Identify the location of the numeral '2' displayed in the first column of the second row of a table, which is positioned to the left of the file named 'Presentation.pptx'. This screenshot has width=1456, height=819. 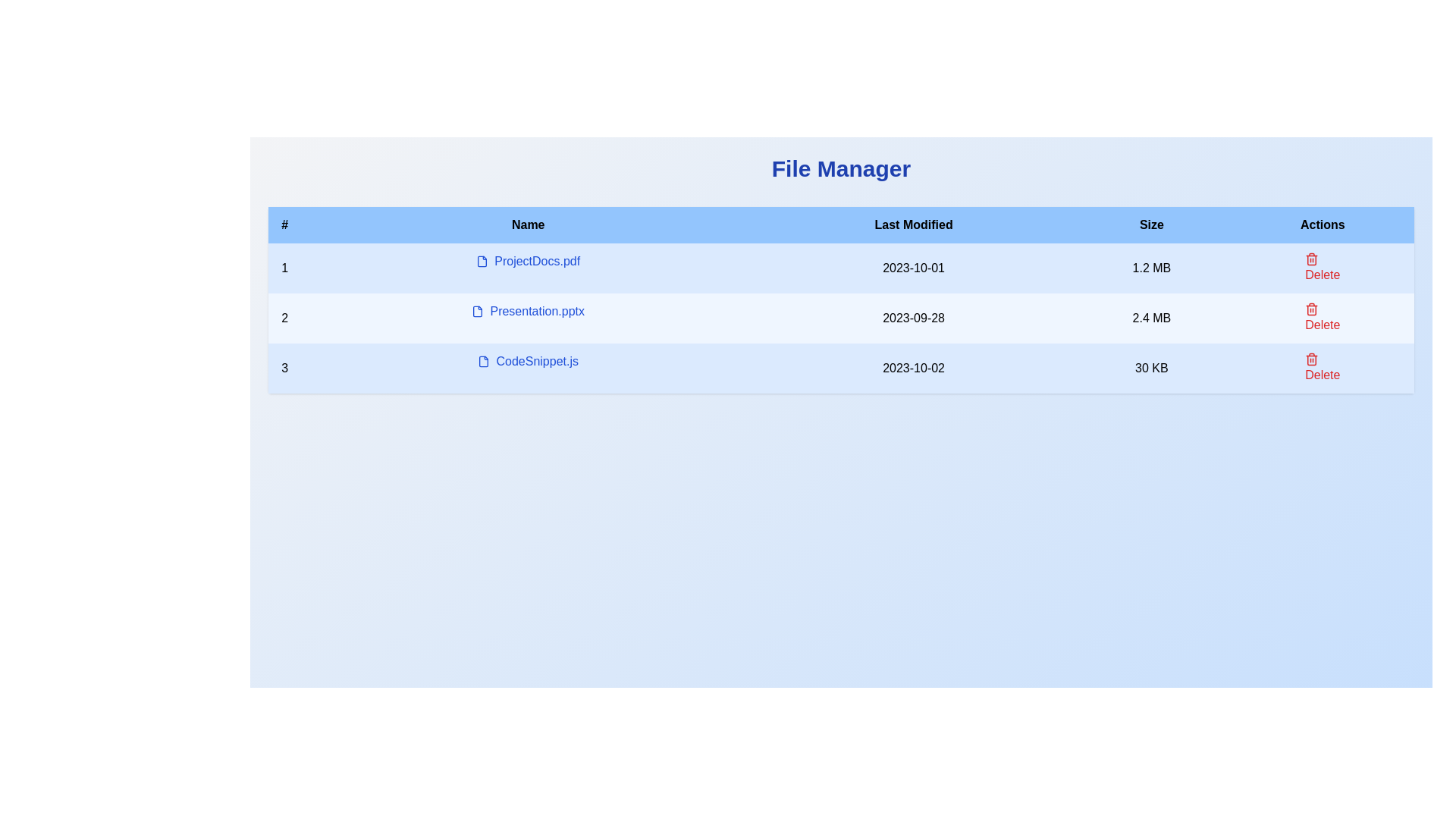
(284, 318).